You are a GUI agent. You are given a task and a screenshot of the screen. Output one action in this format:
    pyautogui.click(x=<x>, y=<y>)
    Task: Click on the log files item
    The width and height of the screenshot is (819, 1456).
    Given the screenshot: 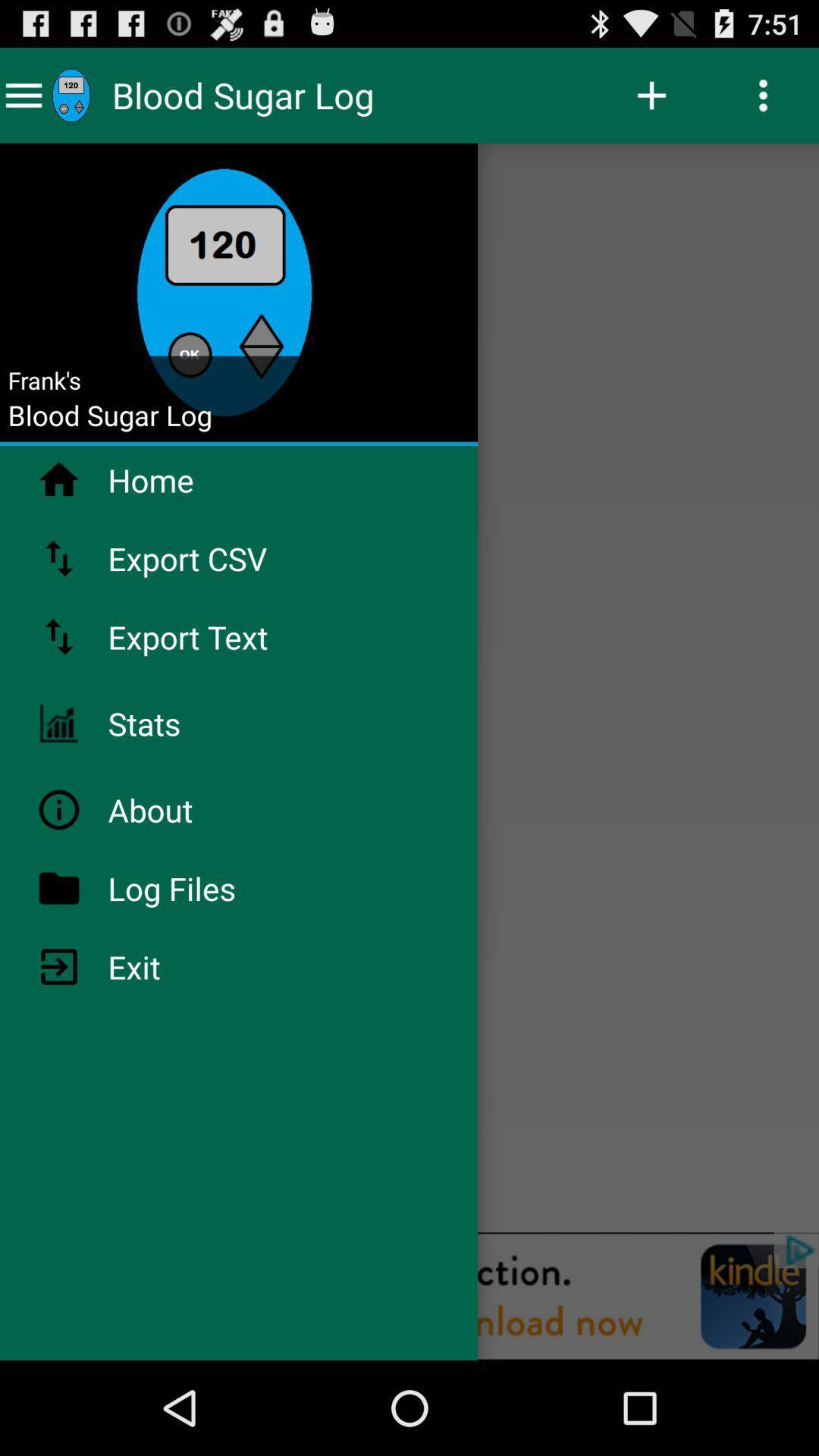 What is the action you would take?
    pyautogui.click(x=212, y=888)
    